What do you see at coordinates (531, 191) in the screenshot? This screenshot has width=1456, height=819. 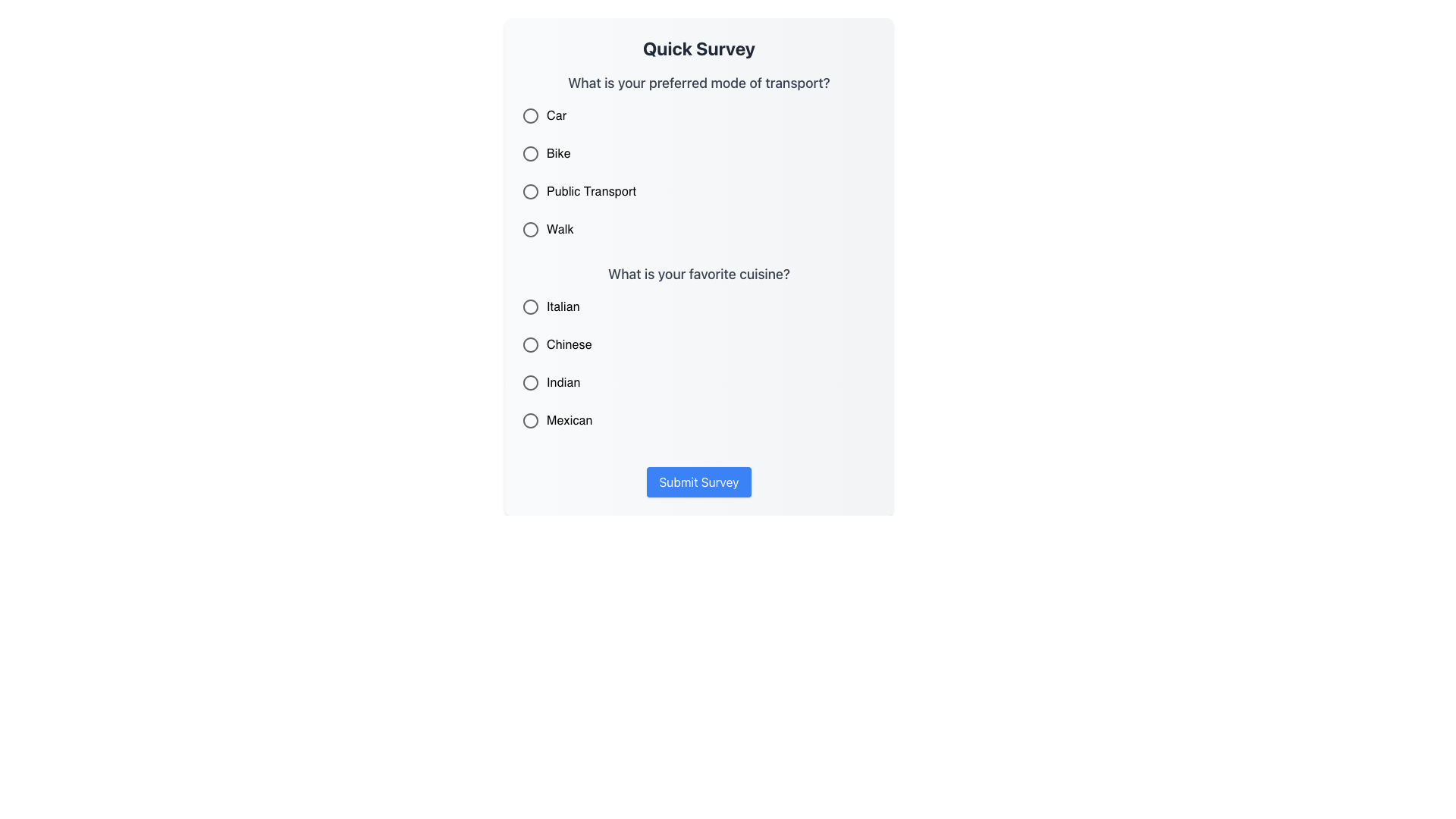 I see `the selected radio button for 'Public Transport' to choose this option in the survey form` at bounding box center [531, 191].